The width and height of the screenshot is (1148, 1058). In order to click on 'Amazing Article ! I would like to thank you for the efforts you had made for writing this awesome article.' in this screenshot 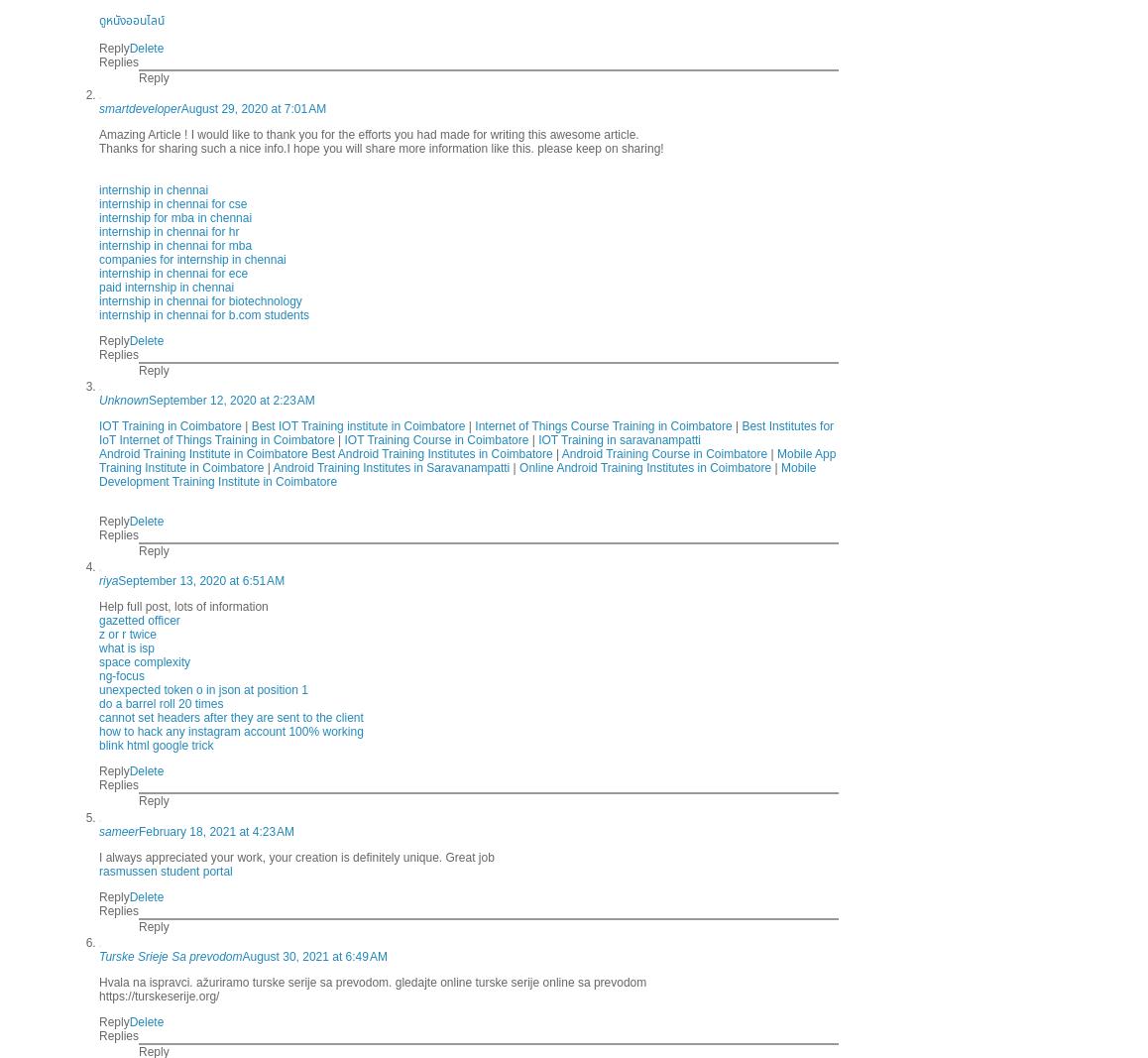, I will do `click(367, 132)`.